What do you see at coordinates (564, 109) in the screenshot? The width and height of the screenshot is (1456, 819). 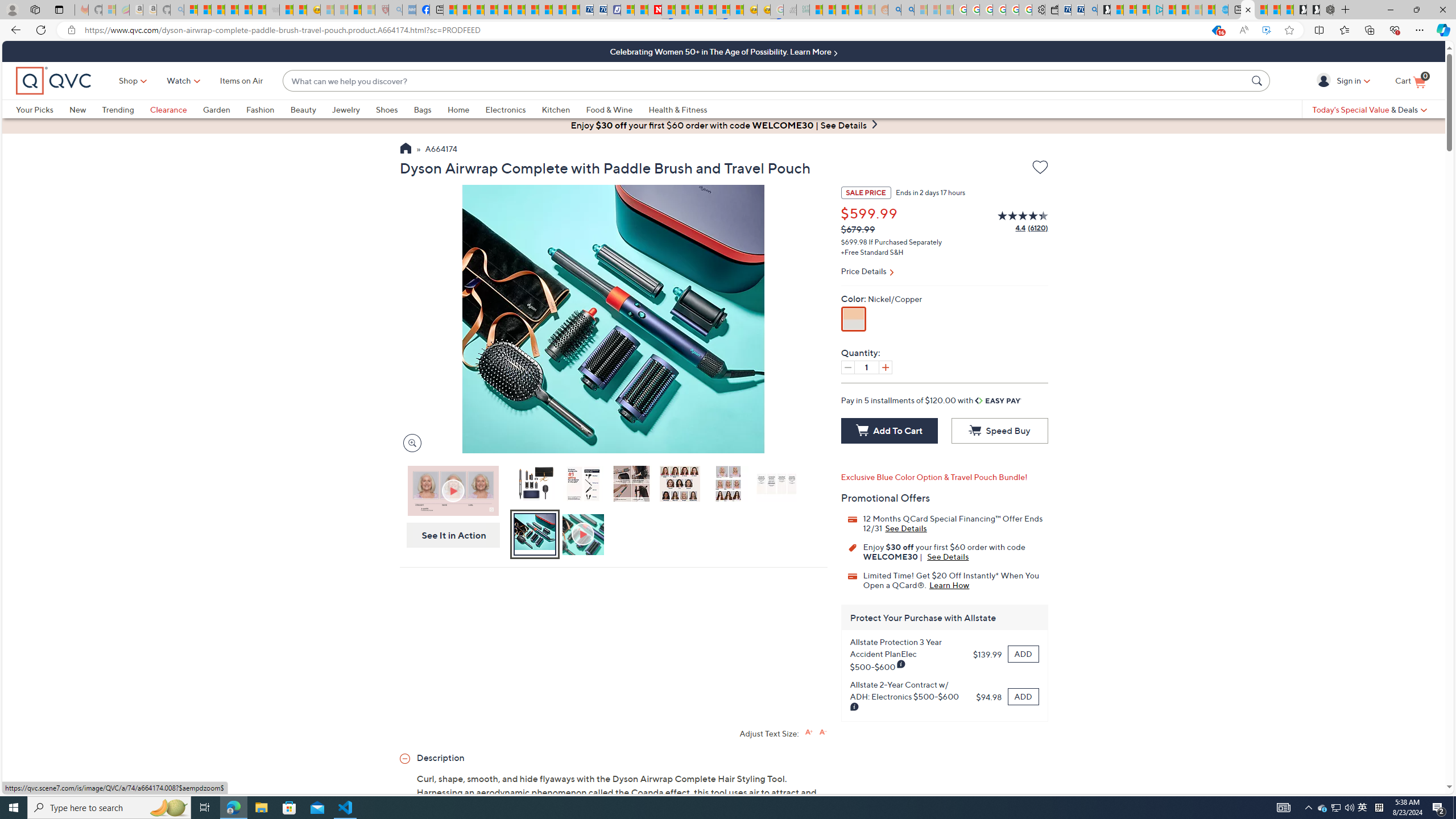 I see `'Kitchen'` at bounding box center [564, 109].